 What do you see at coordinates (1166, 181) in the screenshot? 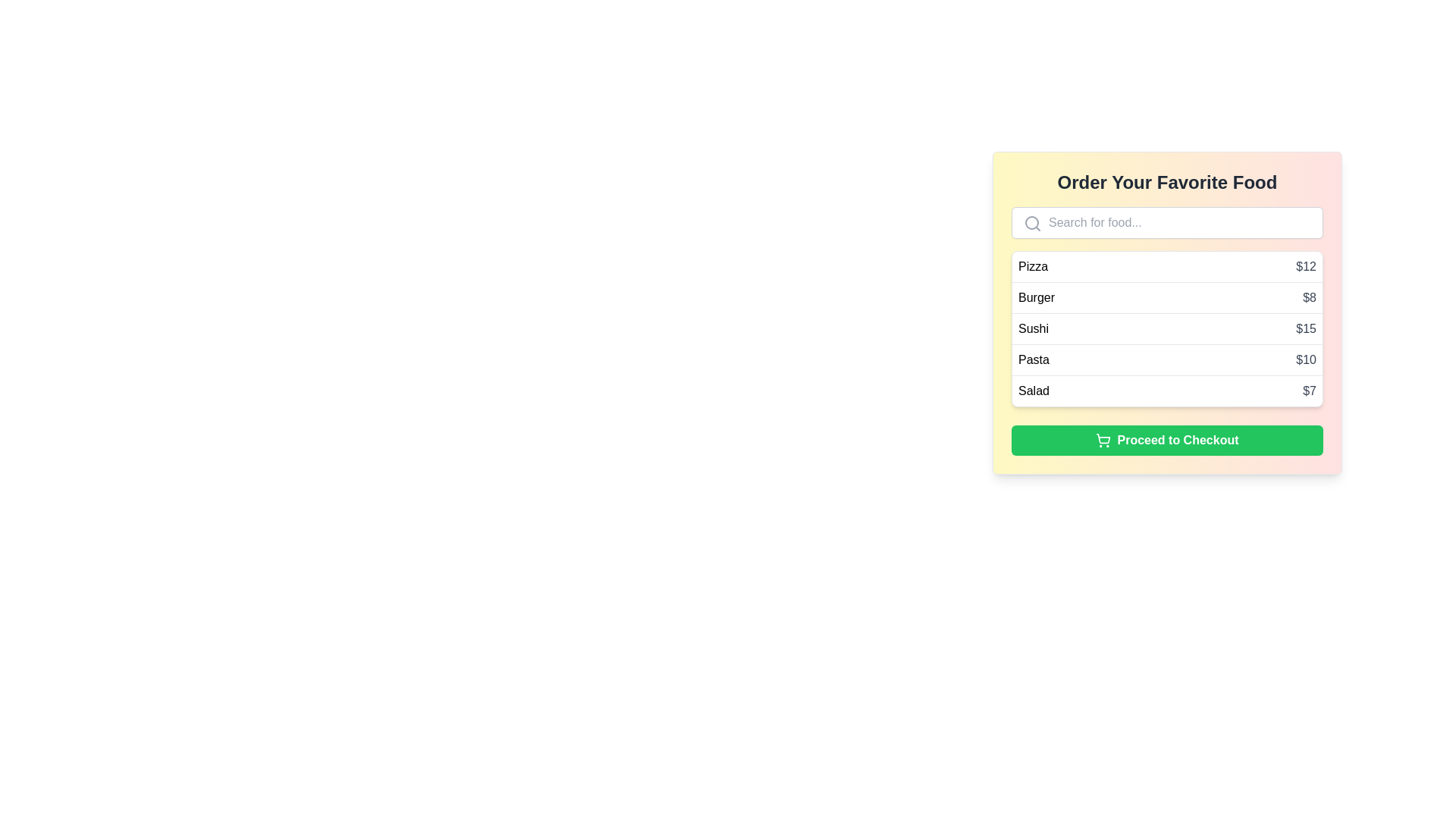
I see `header text element that displays 'Order Your Favorite Food', which is bold, large, and centrally aligned in dark gray color` at bounding box center [1166, 181].